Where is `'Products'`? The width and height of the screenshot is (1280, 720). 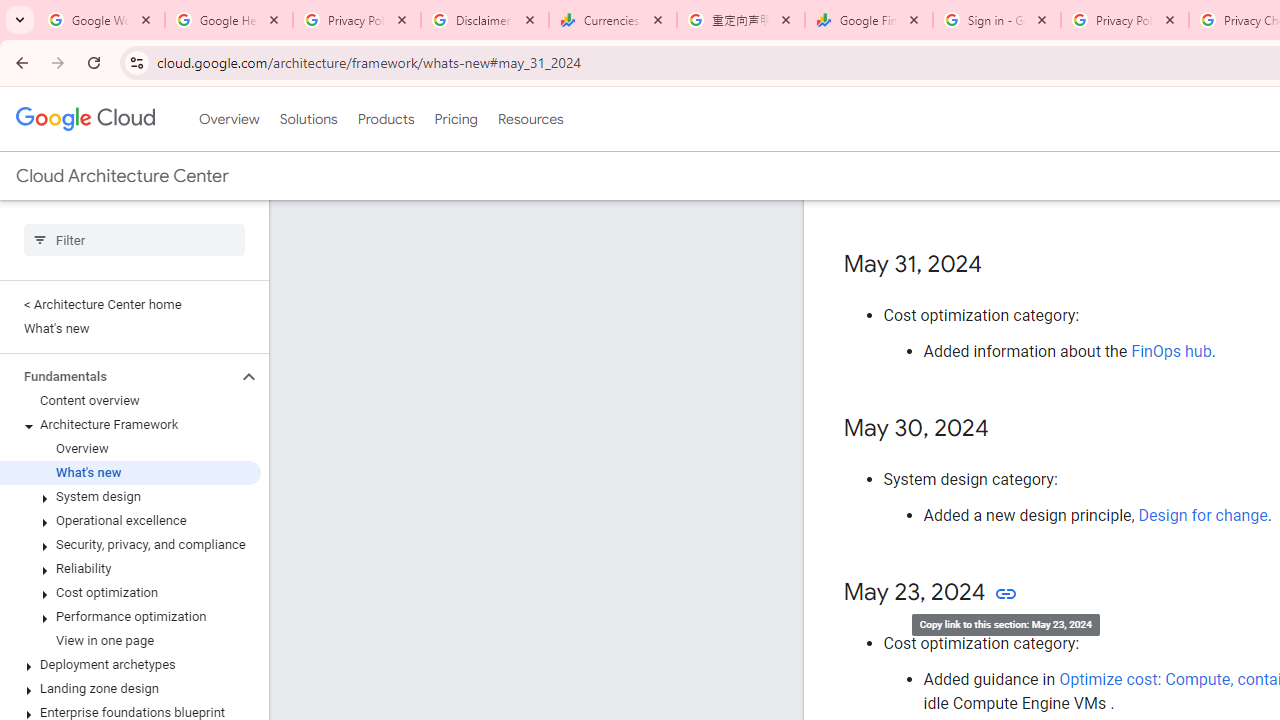
'Products' is located at coordinates (385, 119).